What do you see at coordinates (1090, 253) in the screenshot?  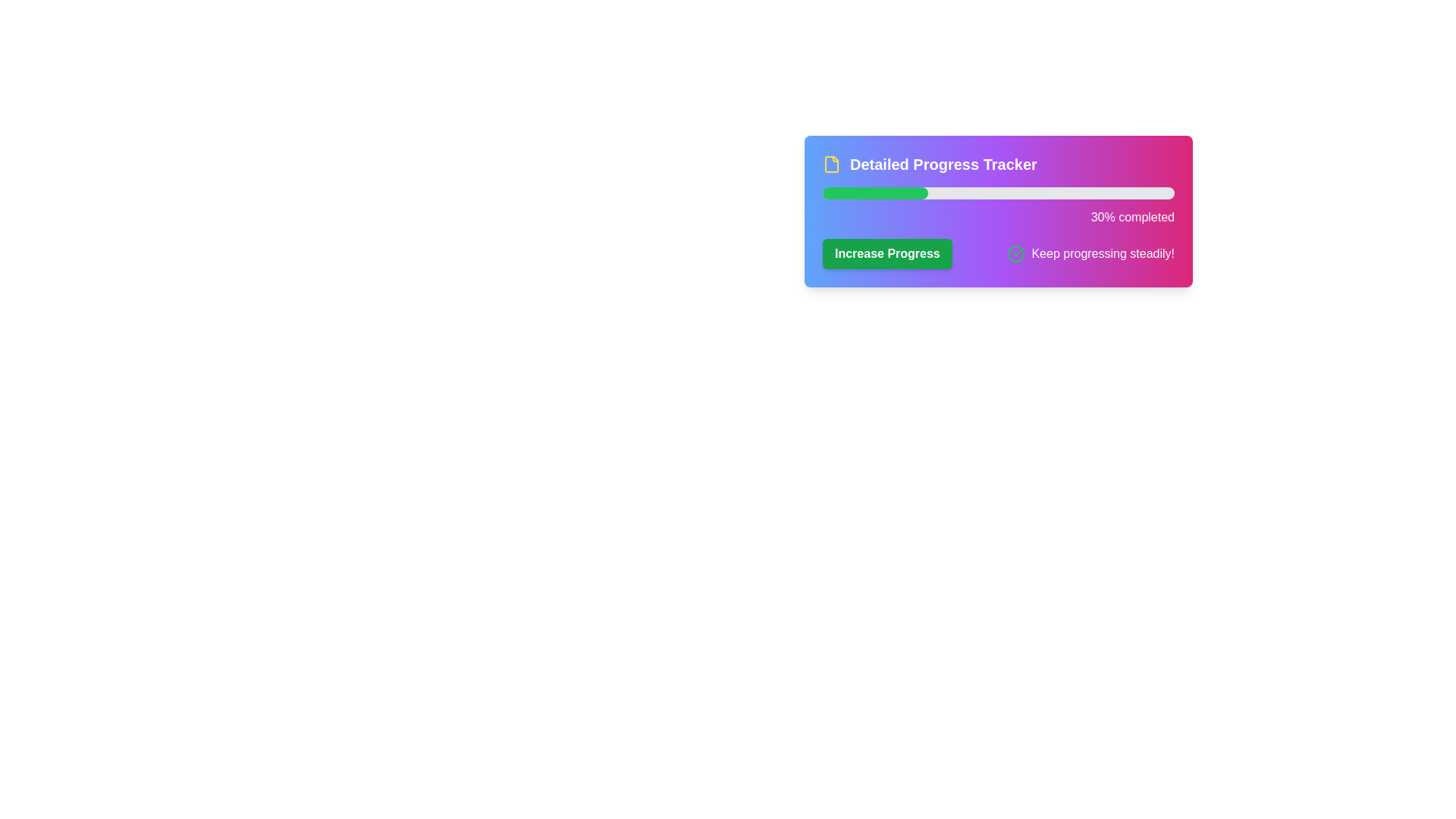 I see `the Text Label that displays 'Keep progressing steadily!' with a green checkmark icon, styled in white against a gradient pink-purple background` at bounding box center [1090, 253].